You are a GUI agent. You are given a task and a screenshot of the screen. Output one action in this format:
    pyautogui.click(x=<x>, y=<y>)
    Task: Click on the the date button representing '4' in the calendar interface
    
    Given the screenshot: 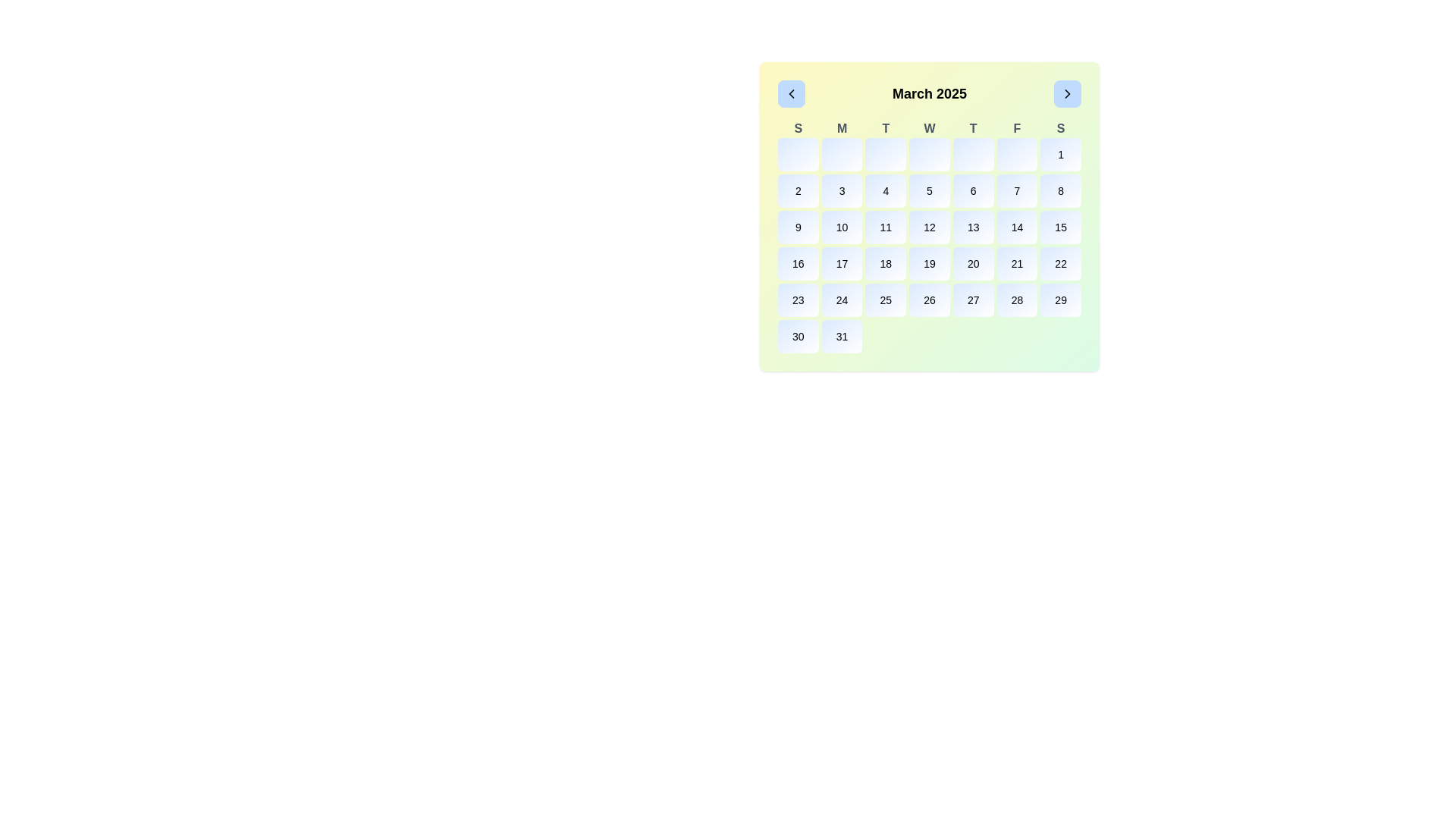 What is the action you would take?
    pyautogui.click(x=886, y=190)
    